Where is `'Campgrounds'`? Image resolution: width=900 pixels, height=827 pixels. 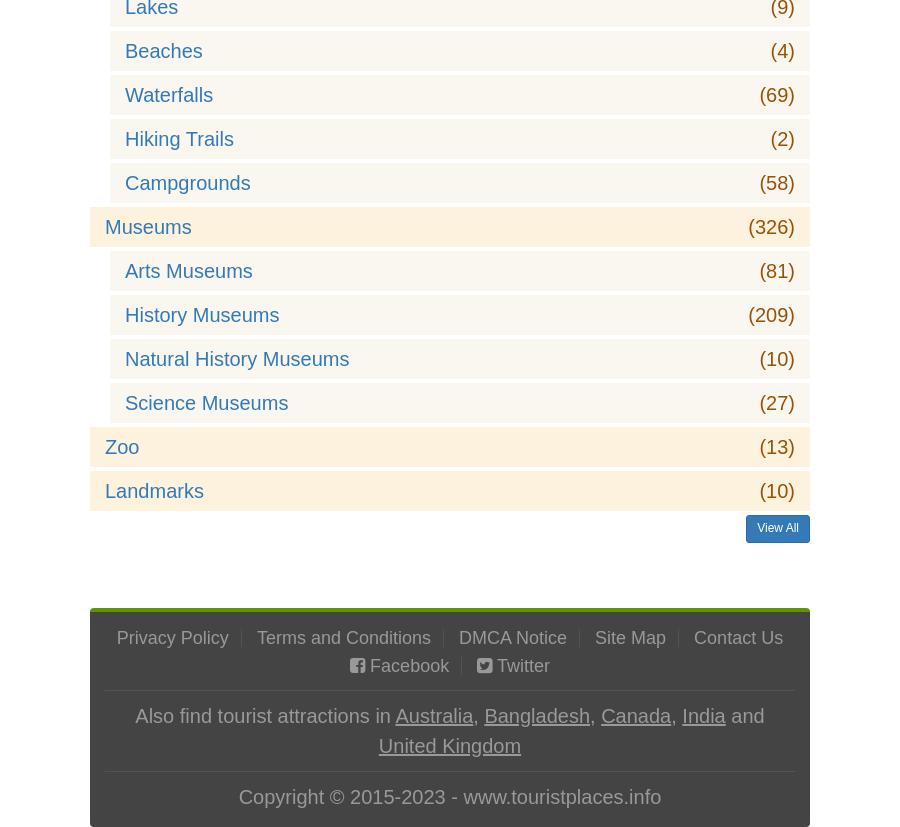
'Campgrounds' is located at coordinates (187, 182).